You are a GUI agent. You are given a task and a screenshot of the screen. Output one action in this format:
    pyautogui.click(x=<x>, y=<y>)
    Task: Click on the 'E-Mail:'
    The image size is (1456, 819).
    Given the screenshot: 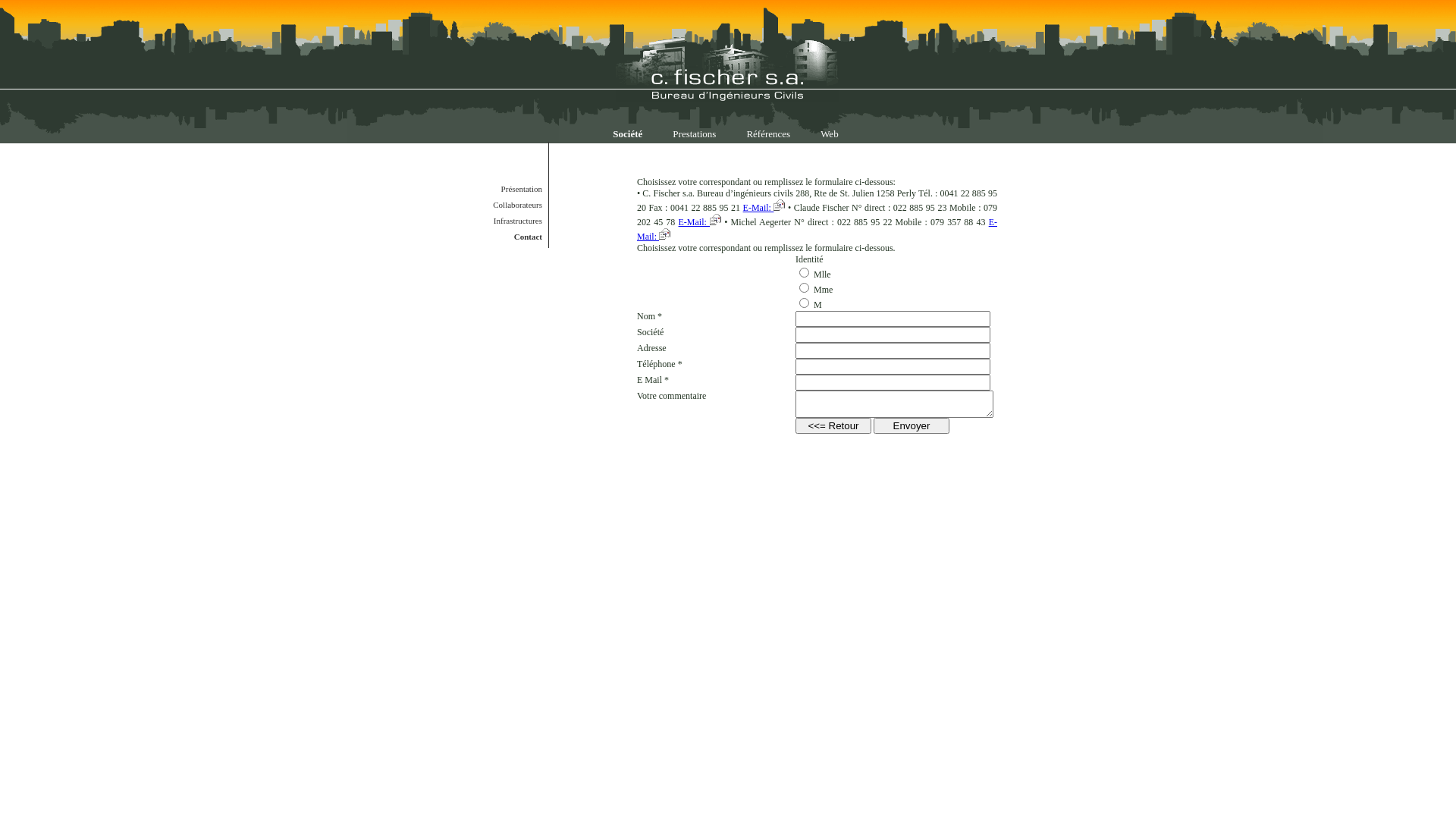 What is the action you would take?
    pyautogui.click(x=816, y=229)
    